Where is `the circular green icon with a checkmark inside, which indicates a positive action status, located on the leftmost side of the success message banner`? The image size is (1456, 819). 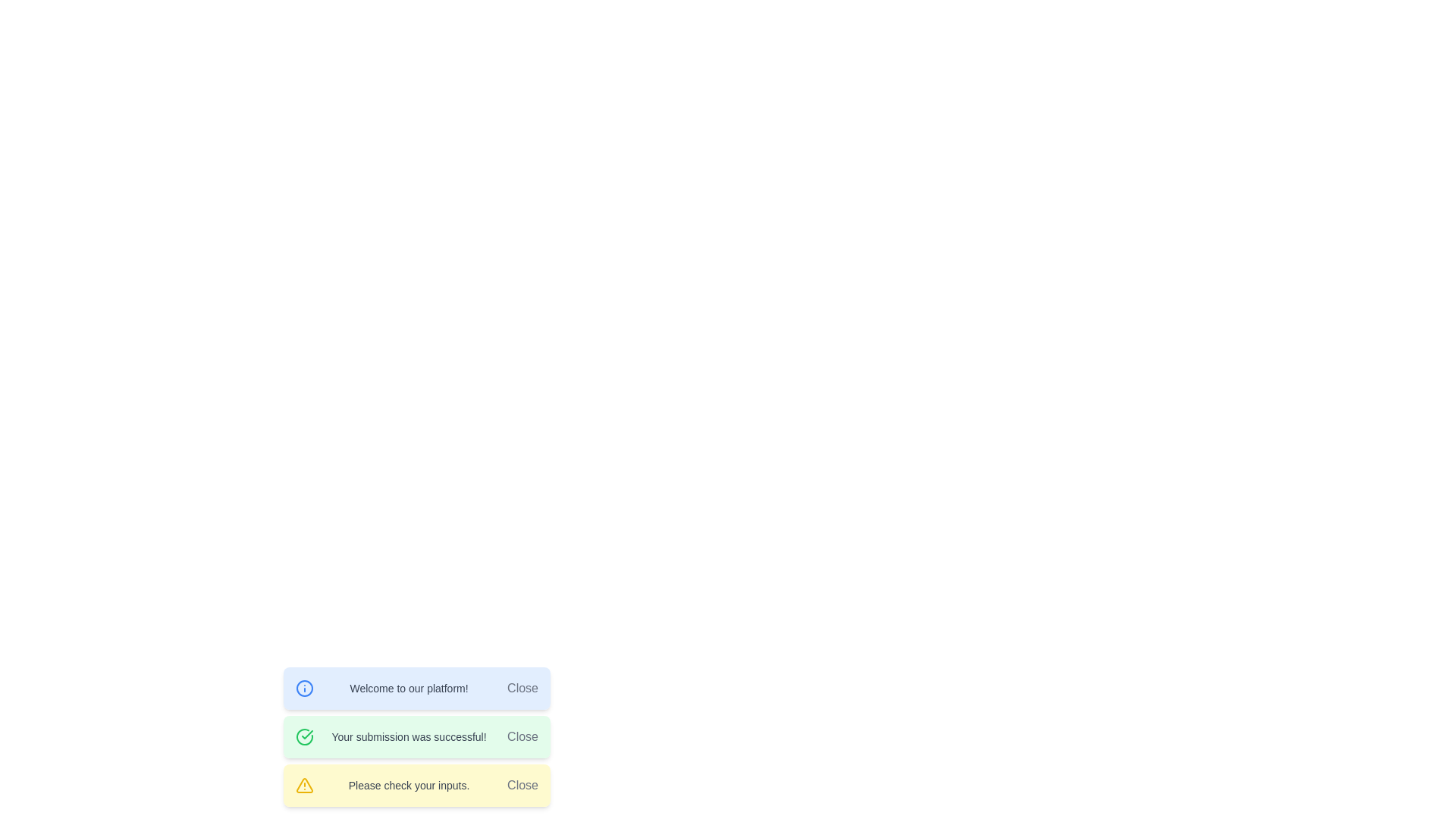 the circular green icon with a checkmark inside, which indicates a positive action status, located on the leftmost side of the success message banner is located at coordinates (304, 736).